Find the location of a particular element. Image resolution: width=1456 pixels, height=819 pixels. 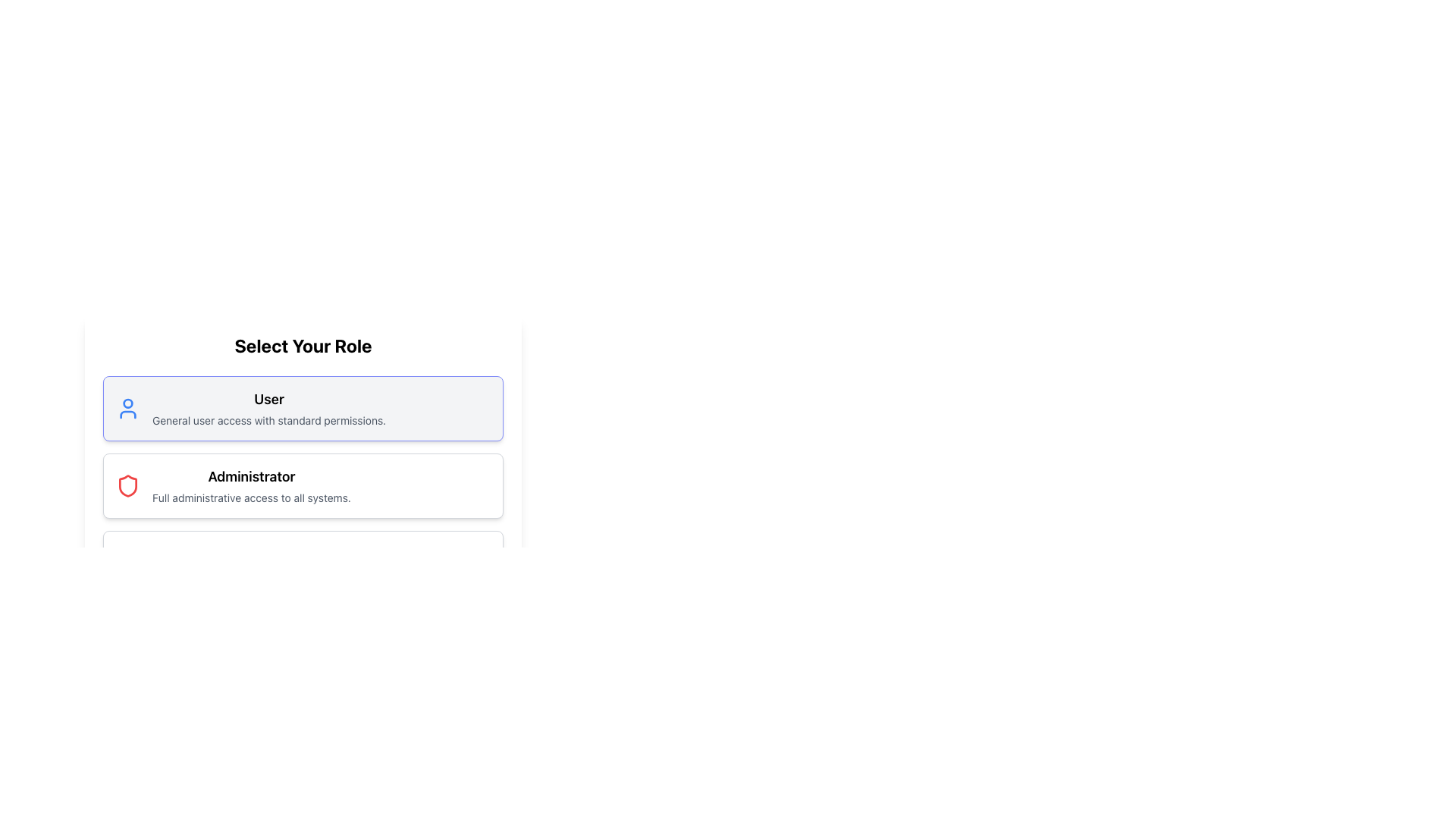

the List item displaying 'User' with the description 'General user access with standard permissions.' is located at coordinates (269, 408).